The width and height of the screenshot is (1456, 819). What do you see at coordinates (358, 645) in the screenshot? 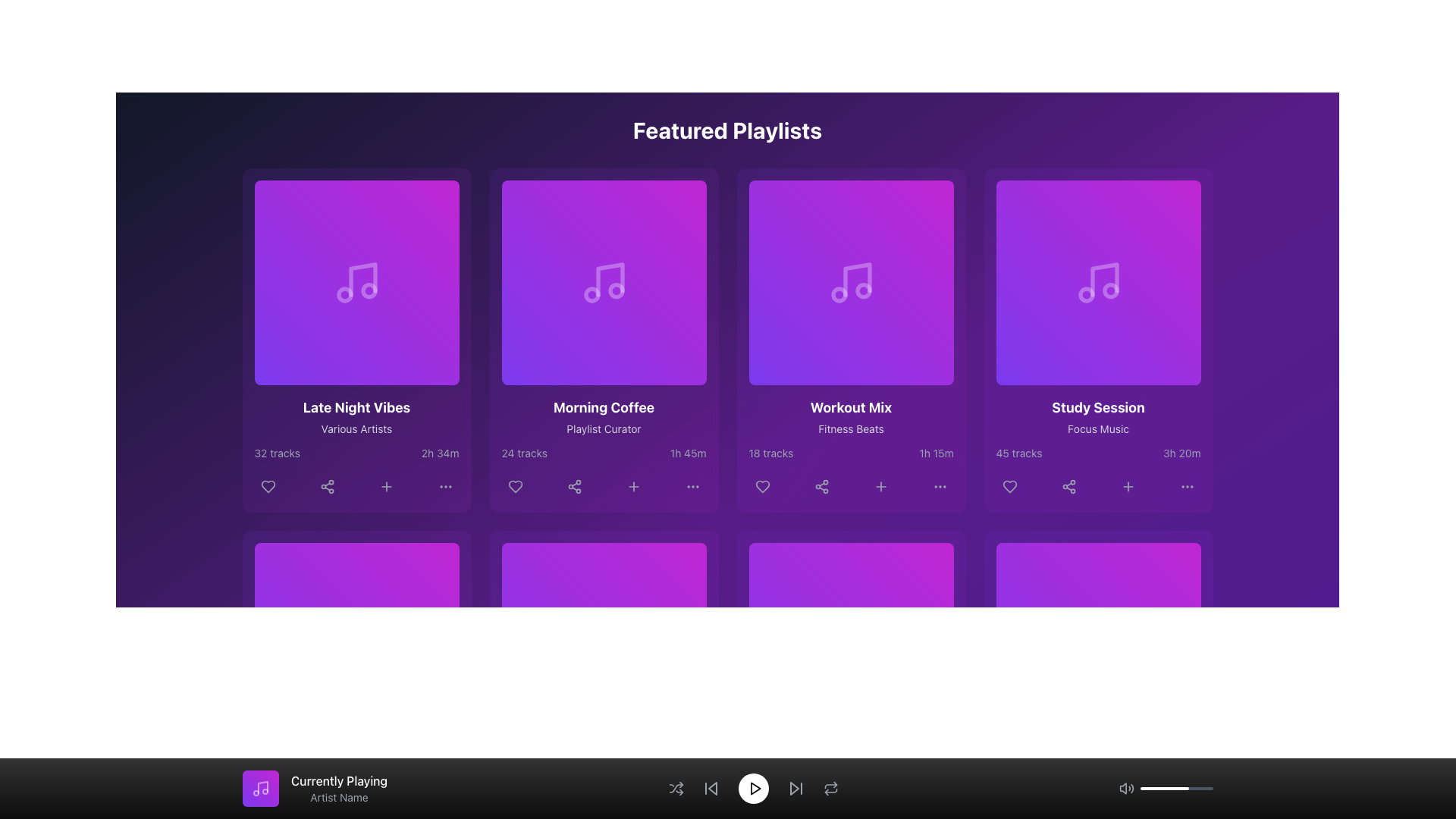
I see `the button with a triangular play icon embedded in a circular component located at the central bottom of the page, beneath the playlist display` at bounding box center [358, 645].